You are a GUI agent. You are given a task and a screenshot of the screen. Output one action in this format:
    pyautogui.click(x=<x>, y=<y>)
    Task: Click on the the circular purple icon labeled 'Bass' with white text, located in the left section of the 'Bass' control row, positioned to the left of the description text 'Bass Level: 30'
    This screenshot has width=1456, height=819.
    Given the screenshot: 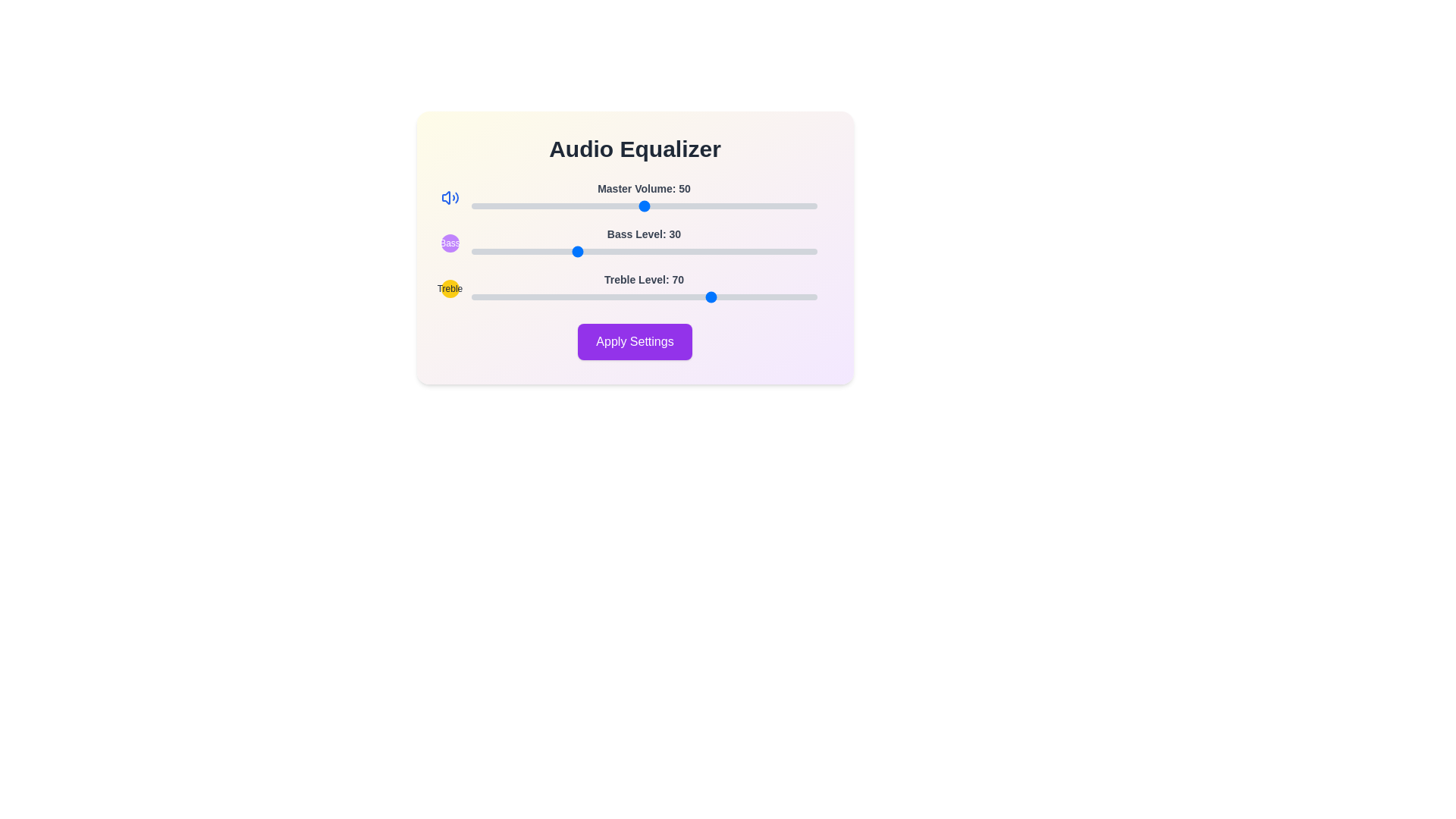 What is the action you would take?
    pyautogui.click(x=449, y=242)
    